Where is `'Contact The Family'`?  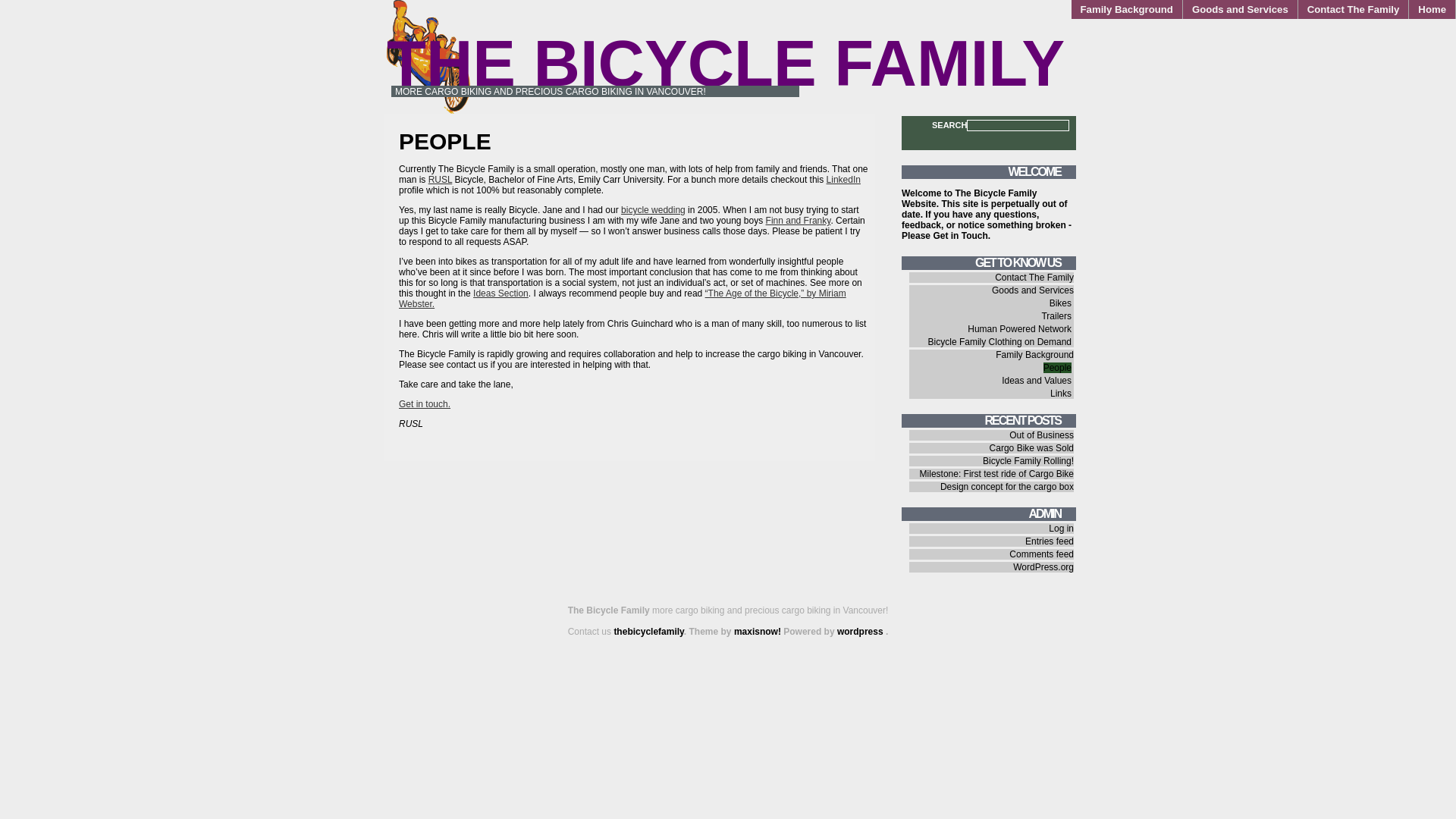 'Contact The Family' is located at coordinates (1354, 9).